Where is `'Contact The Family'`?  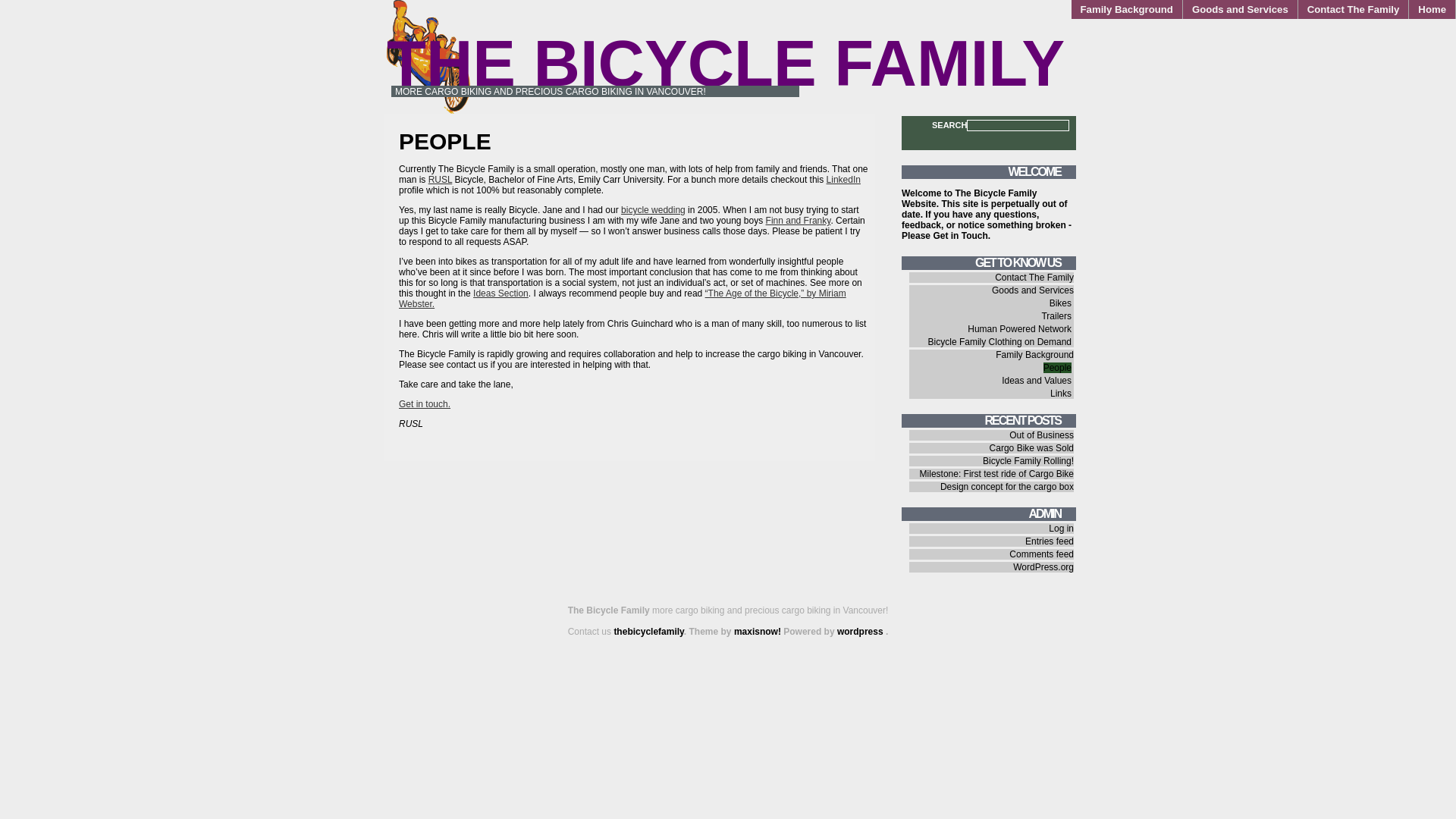 'Contact The Family' is located at coordinates (1354, 9).